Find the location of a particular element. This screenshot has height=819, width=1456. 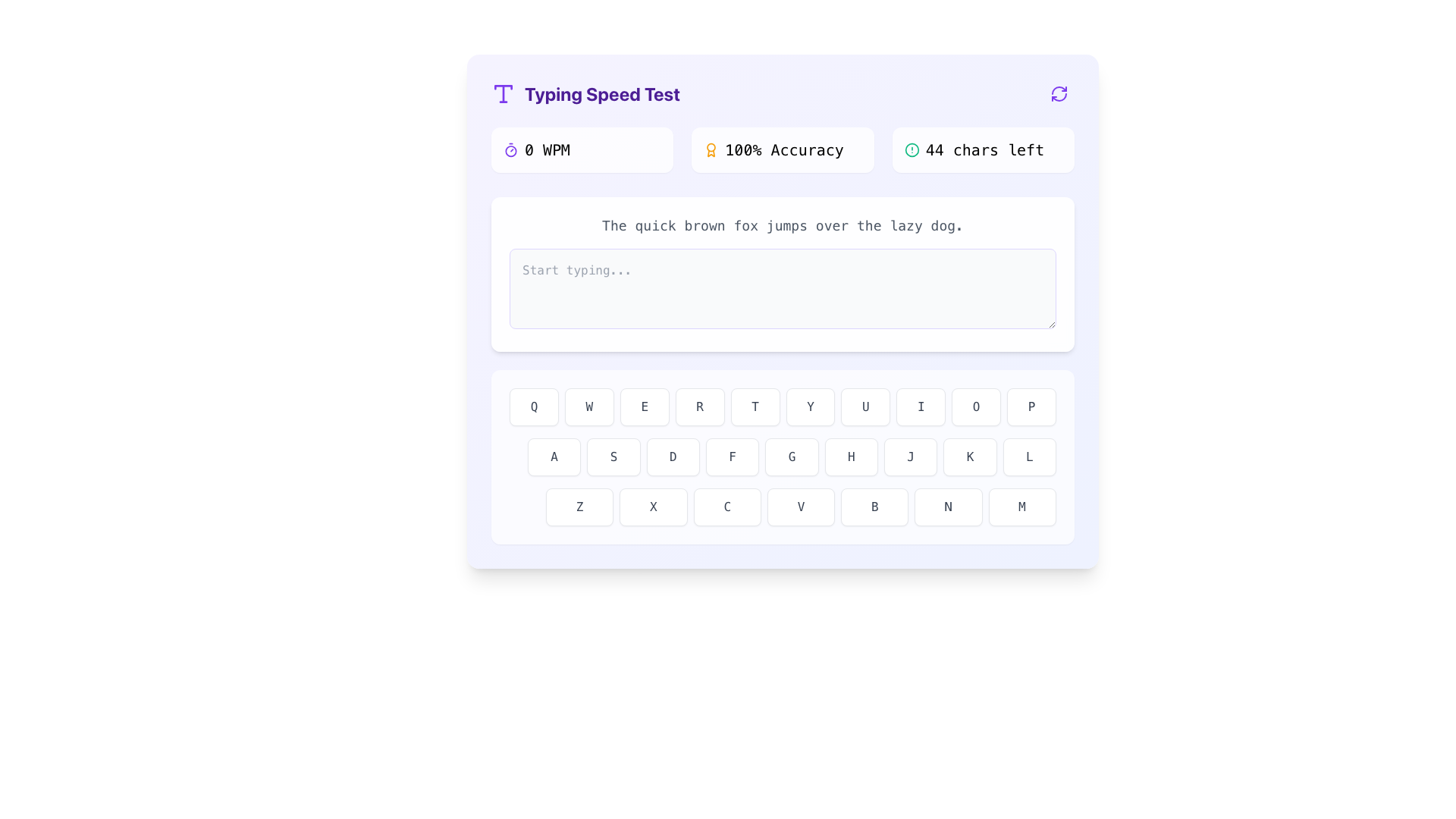

the refresh button located at the top-right corner of the interface header, aligned with the title 'Typing Speed Test' is located at coordinates (1058, 93).